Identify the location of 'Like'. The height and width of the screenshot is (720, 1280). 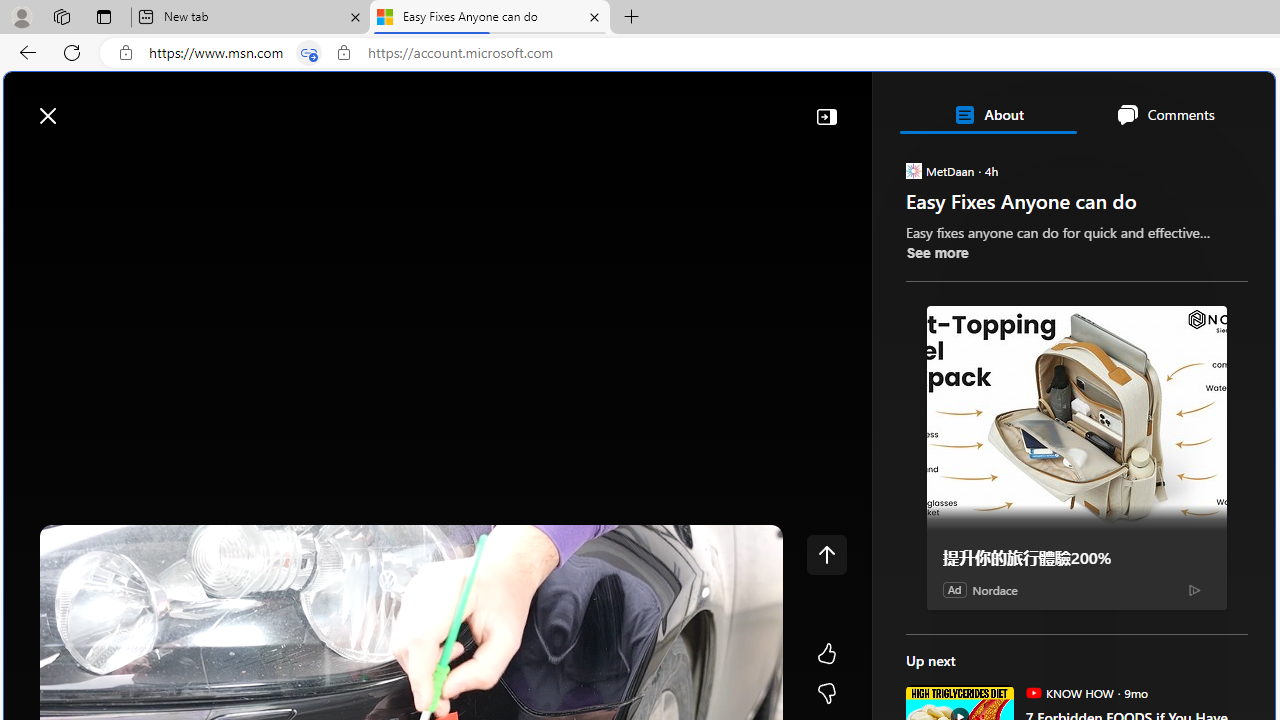
(826, 654).